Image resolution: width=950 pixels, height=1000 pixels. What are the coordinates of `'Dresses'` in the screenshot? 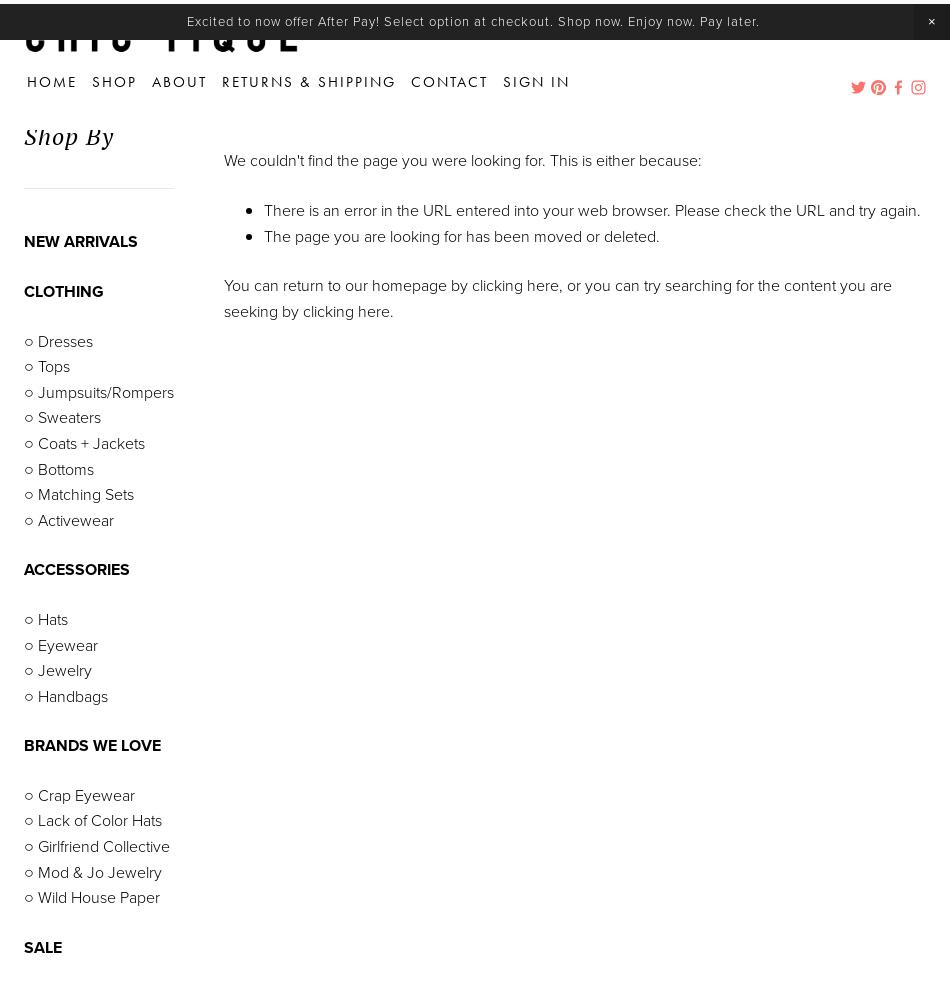 It's located at (64, 339).